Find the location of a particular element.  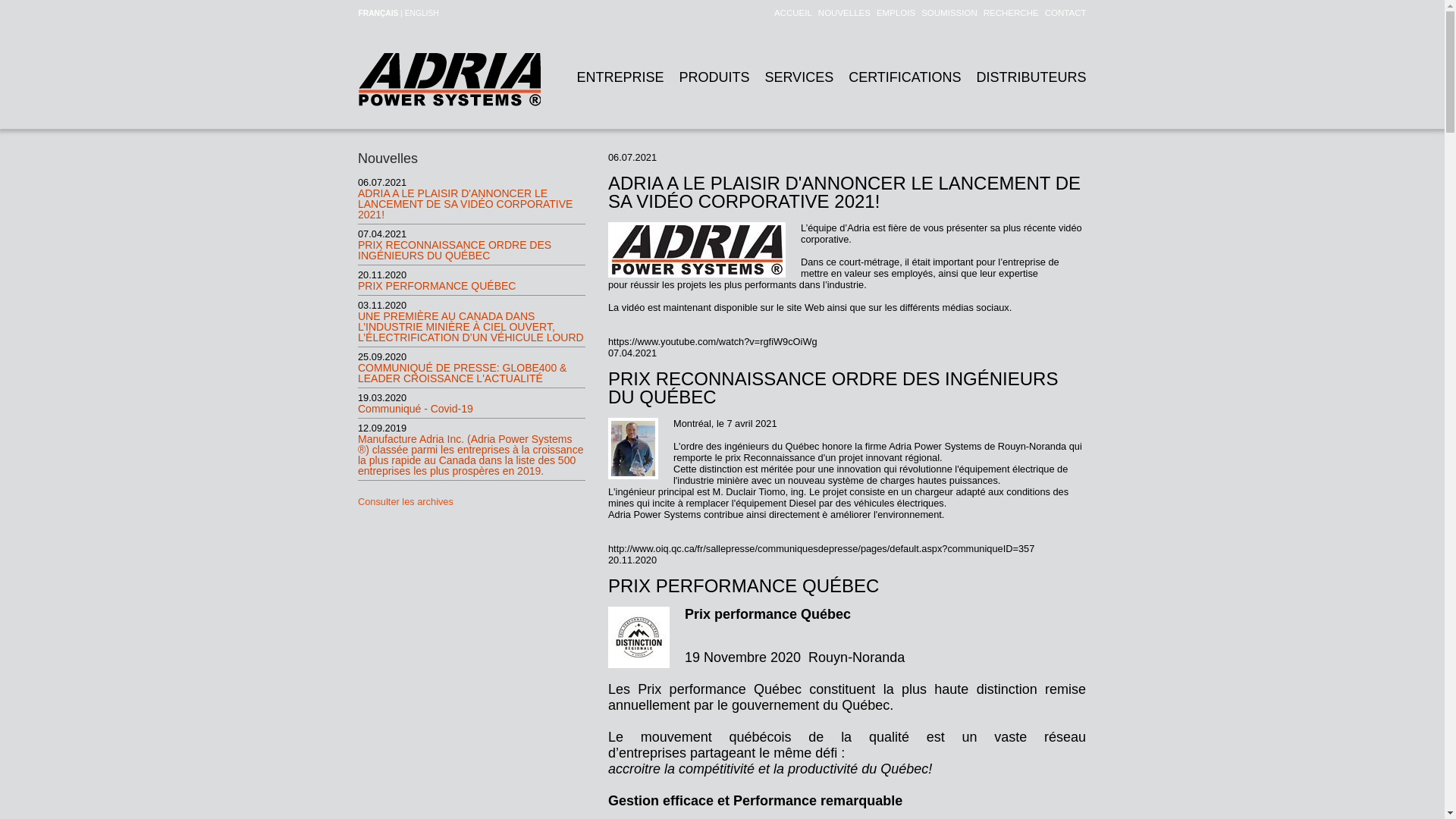

'ENGLISH' is located at coordinates (422, 13).